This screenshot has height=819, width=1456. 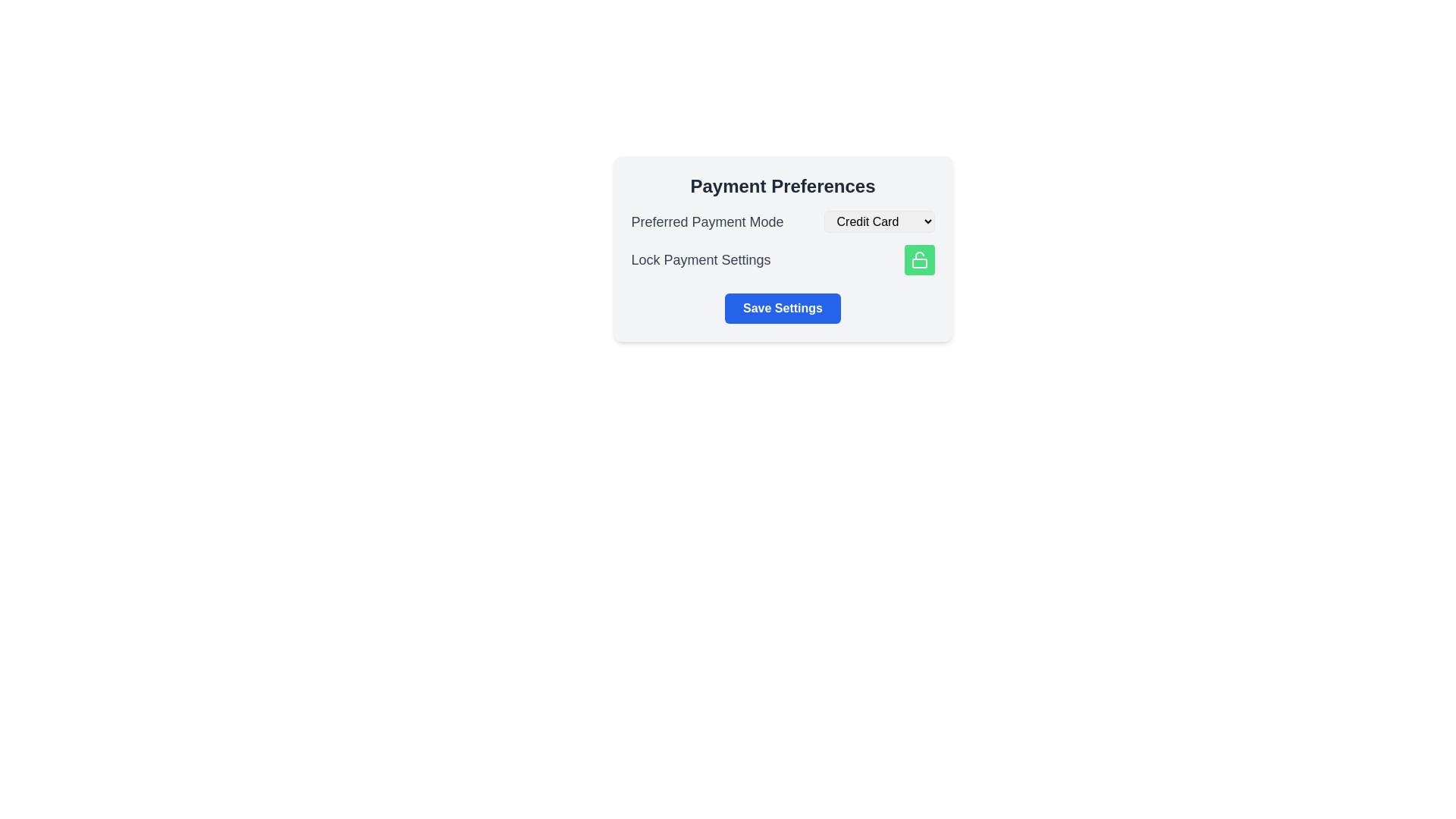 What do you see at coordinates (700, 259) in the screenshot?
I see `the text display element that says 'Lock Payment Settings', which is styled in gray and slightly larger than standard text, positioned below the 'Preferred Payment Mode' dropdown menu and to the left of a green button with a lock icon` at bounding box center [700, 259].